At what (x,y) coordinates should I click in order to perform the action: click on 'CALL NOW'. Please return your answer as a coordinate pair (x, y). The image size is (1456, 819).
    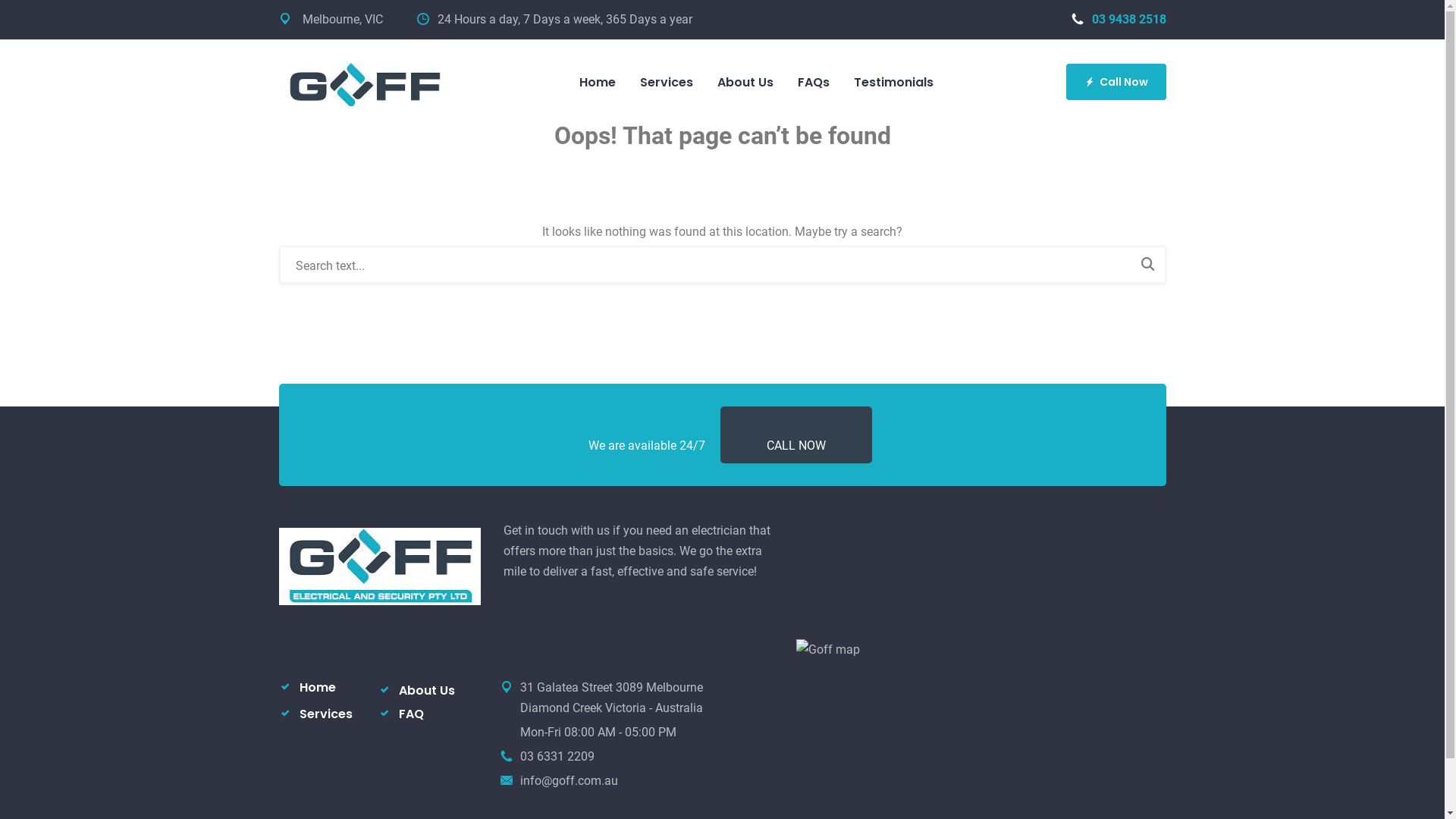
    Looking at the image, I should click on (795, 444).